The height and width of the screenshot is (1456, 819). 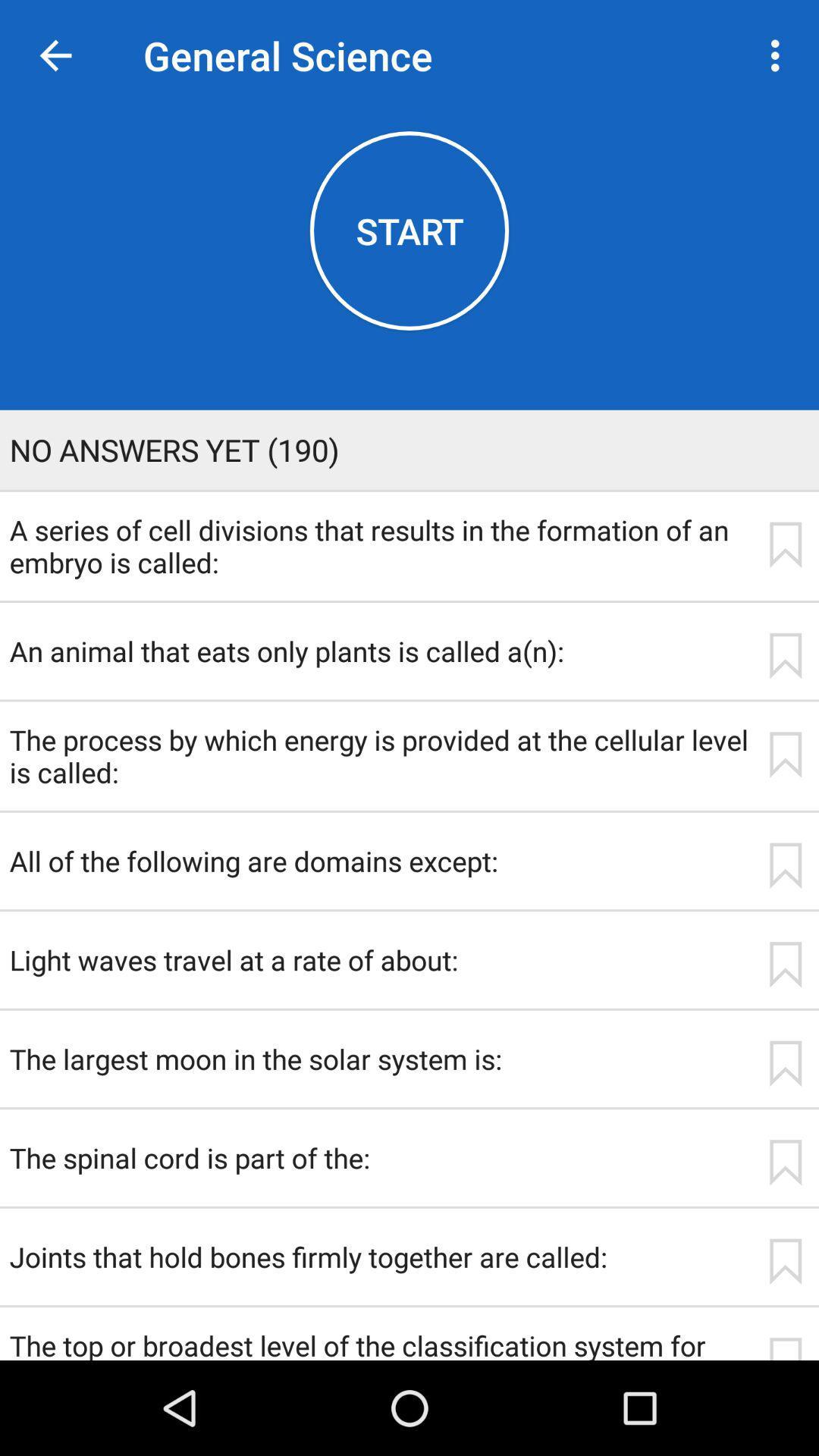 I want to click on the item next to the joints that hold app, so click(x=785, y=1261).